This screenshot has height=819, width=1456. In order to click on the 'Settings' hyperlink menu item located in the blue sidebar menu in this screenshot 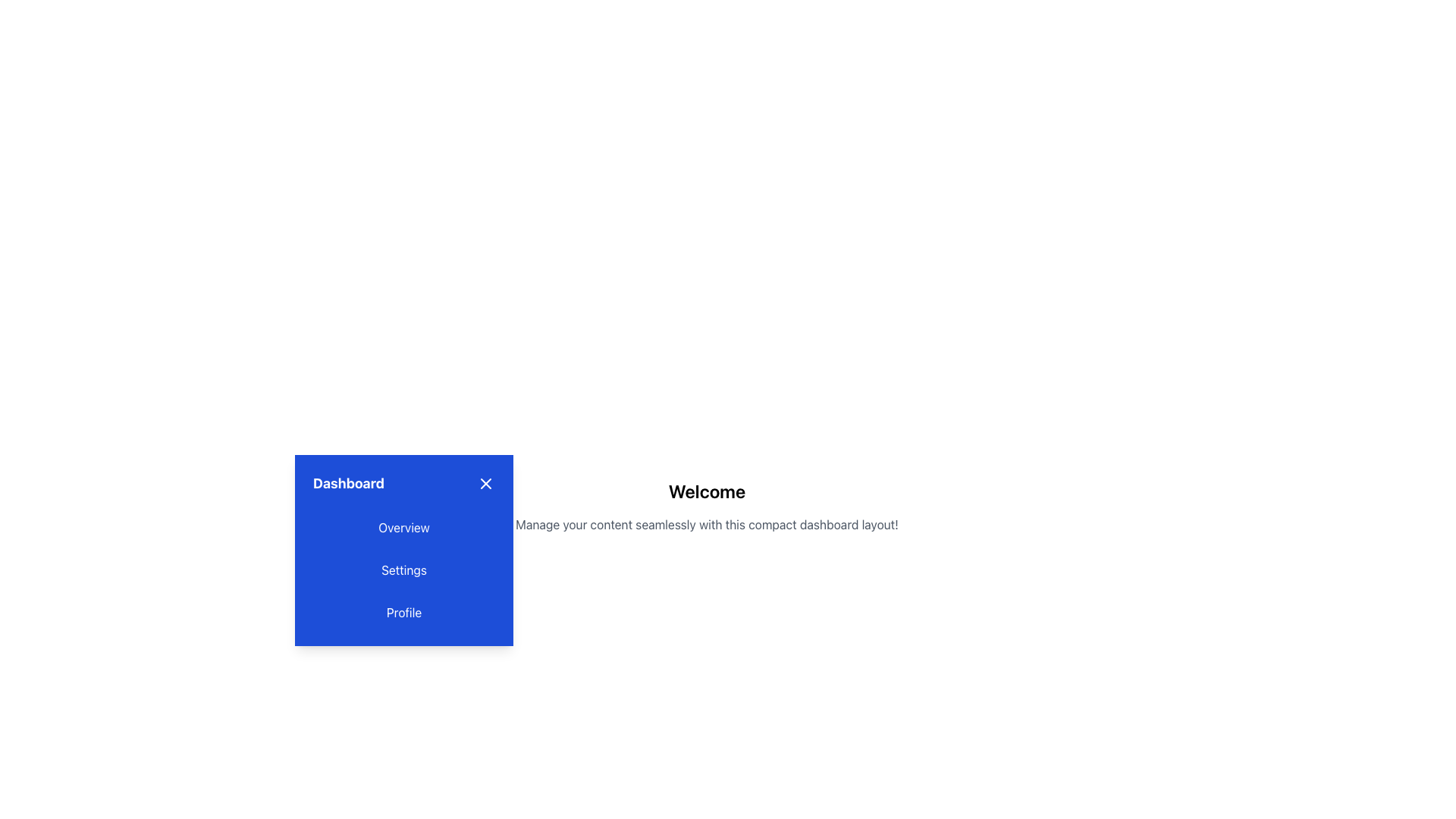, I will do `click(403, 570)`.